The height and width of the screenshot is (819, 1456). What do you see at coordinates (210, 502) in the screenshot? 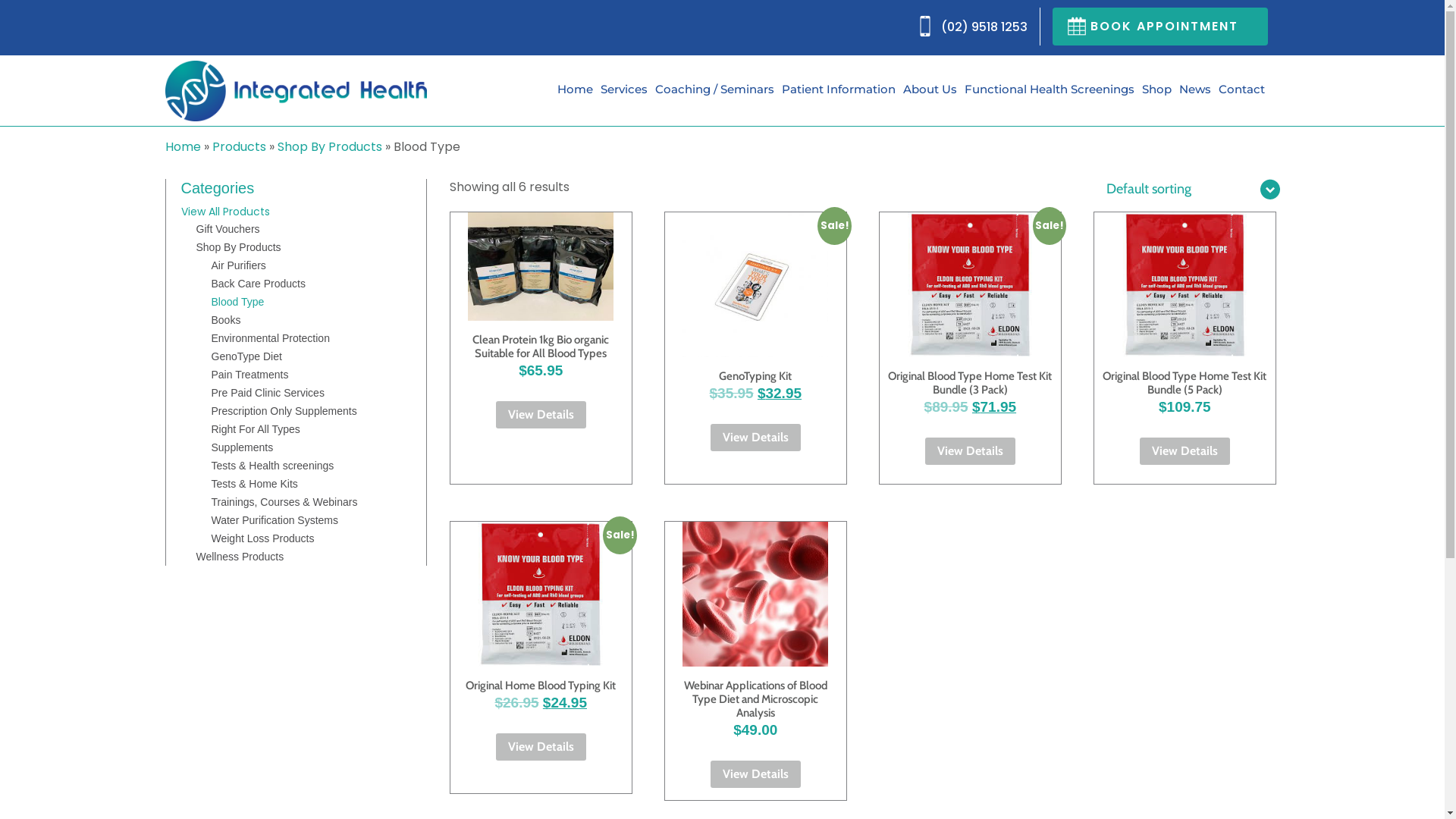
I see `'Trainings, Courses & Webinars'` at bounding box center [210, 502].